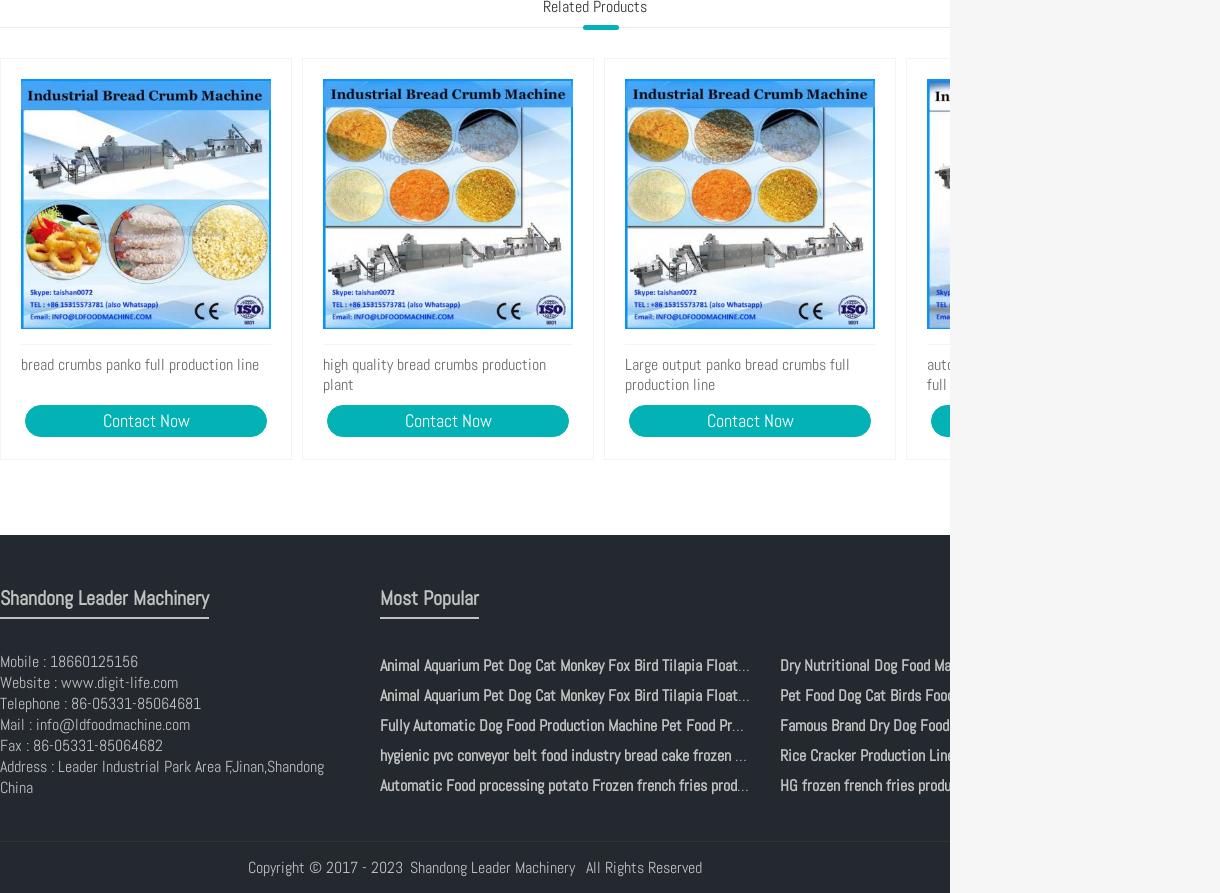 The image size is (1220, 893). Describe the element at coordinates (641, 866) in the screenshot. I see `'All Rights Reserved'` at that location.